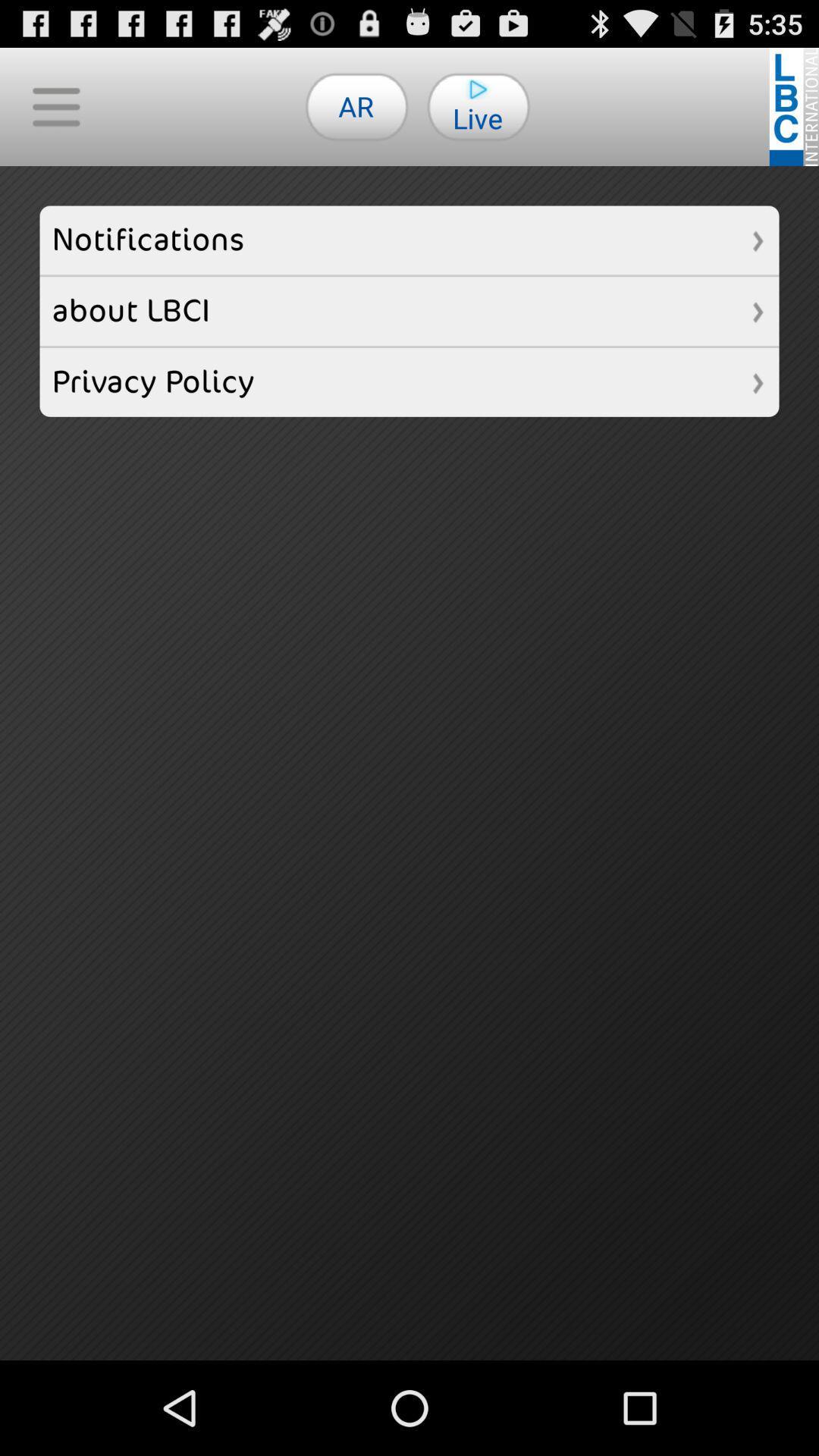 Image resolution: width=819 pixels, height=1456 pixels. What do you see at coordinates (356, 105) in the screenshot?
I see `the app to the left of live` at bounding box center [356, 105].